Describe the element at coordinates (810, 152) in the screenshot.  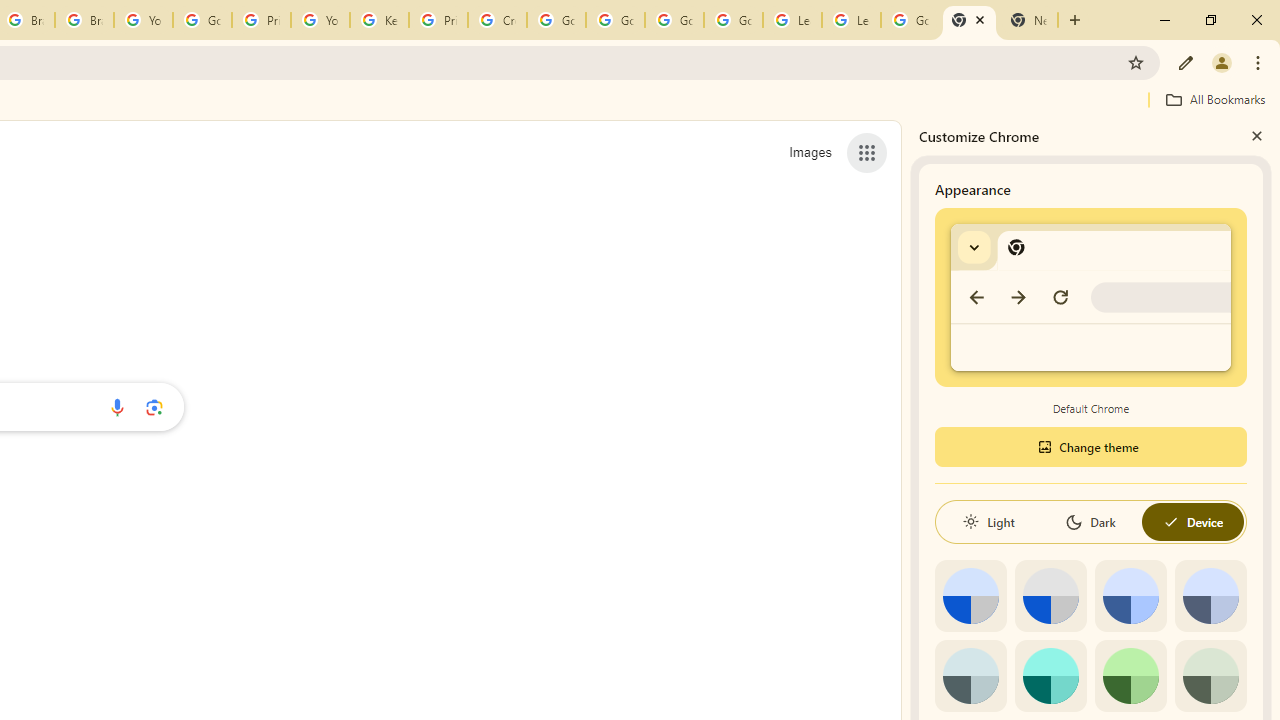
I see `'Search for Images '` at that location.